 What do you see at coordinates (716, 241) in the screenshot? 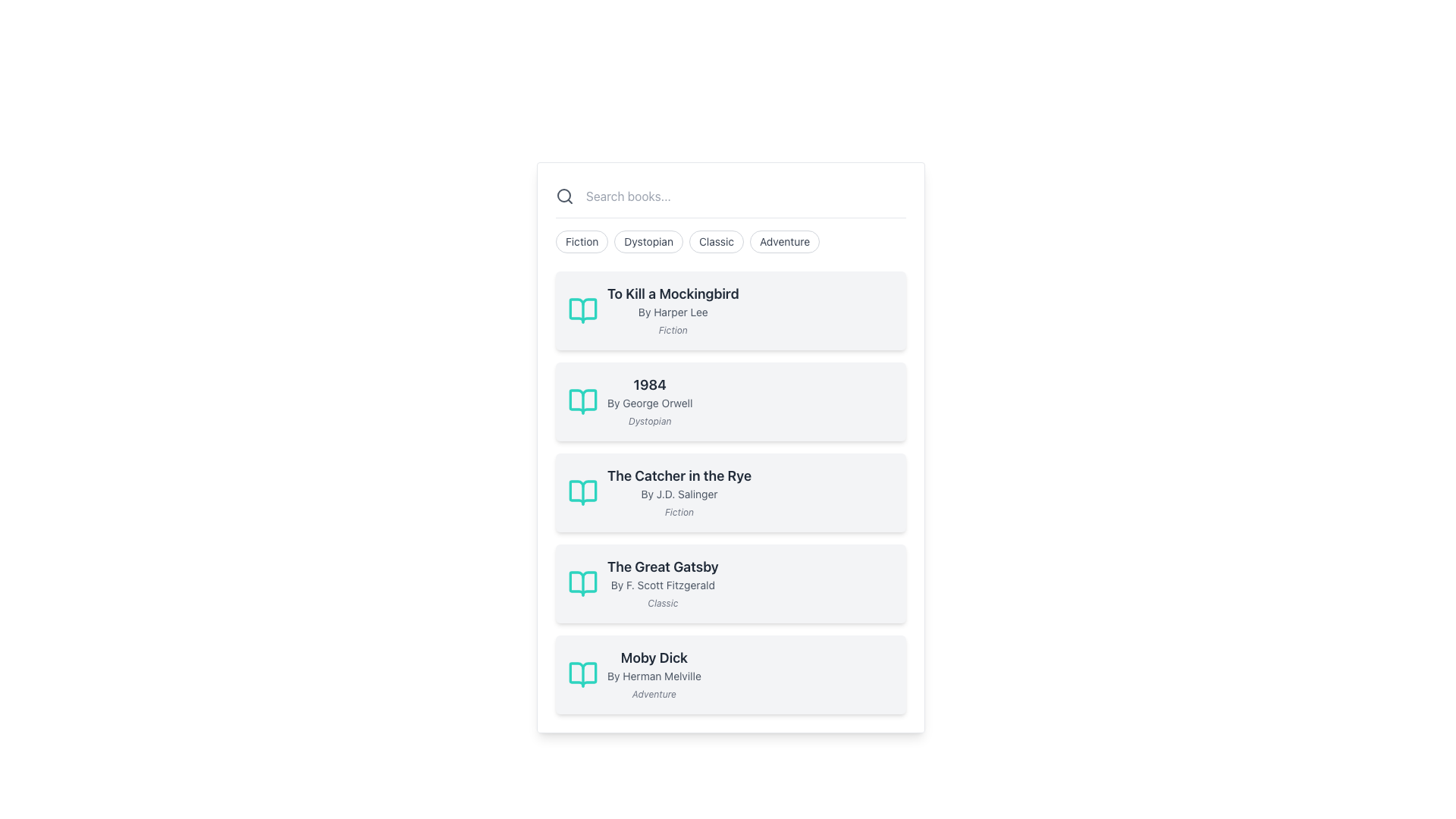
I see `the 'Classic' button, which is a rounded rectangle with a white background and gray border, located above the list of books and positioned between the 'Dystopian' and 'Adventure' buttons` at bounding box center [716, 241].